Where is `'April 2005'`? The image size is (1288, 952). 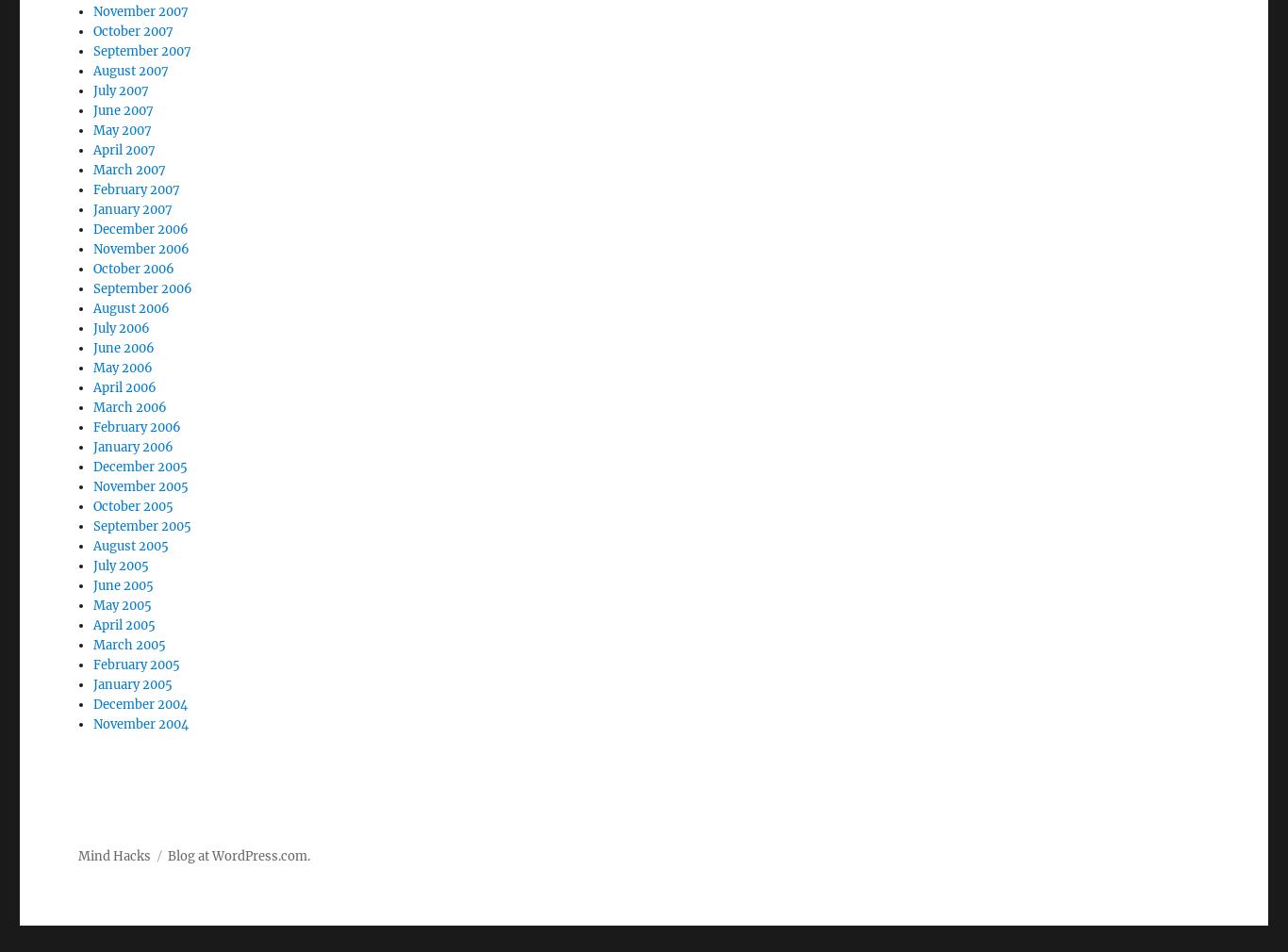
'April 2005' is located at coordinates (123, 572).